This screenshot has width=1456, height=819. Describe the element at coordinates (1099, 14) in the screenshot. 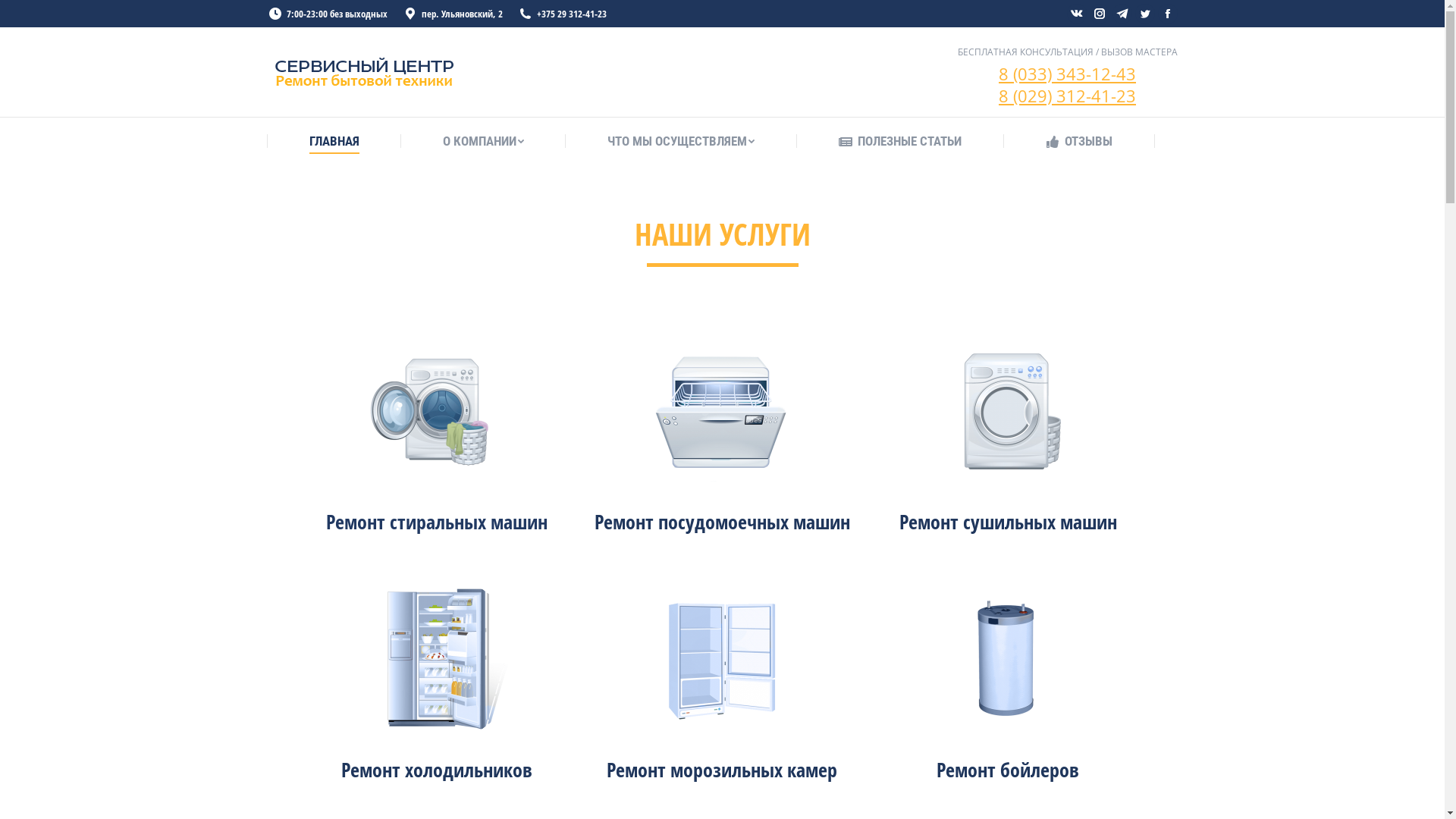

I see `'Instagram page opens in new window'` at that location.